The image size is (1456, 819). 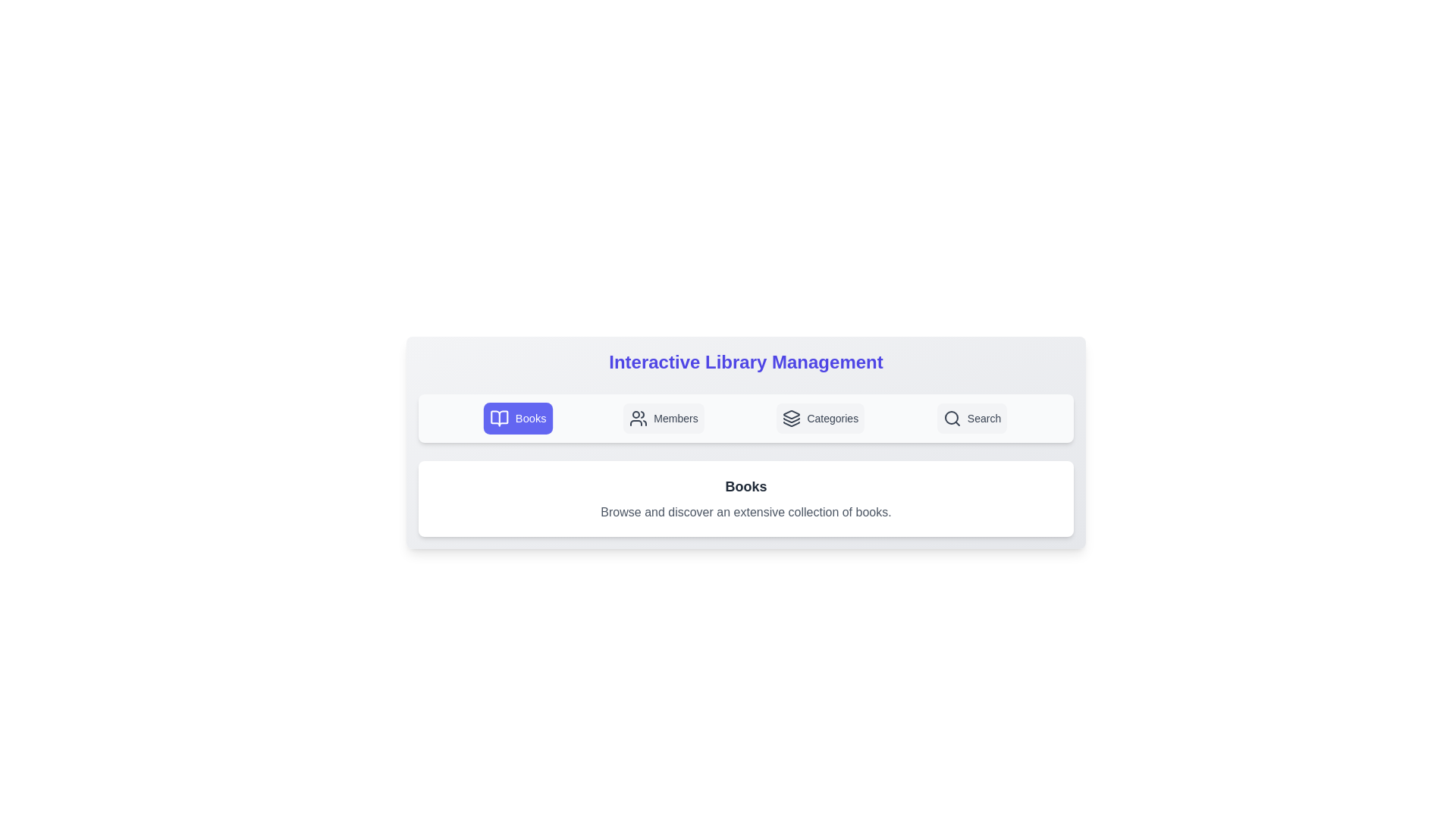 I want to click on the topmost triangular vector graphic element in the SVG icon located in the categories section, so click(x=791, y=415).